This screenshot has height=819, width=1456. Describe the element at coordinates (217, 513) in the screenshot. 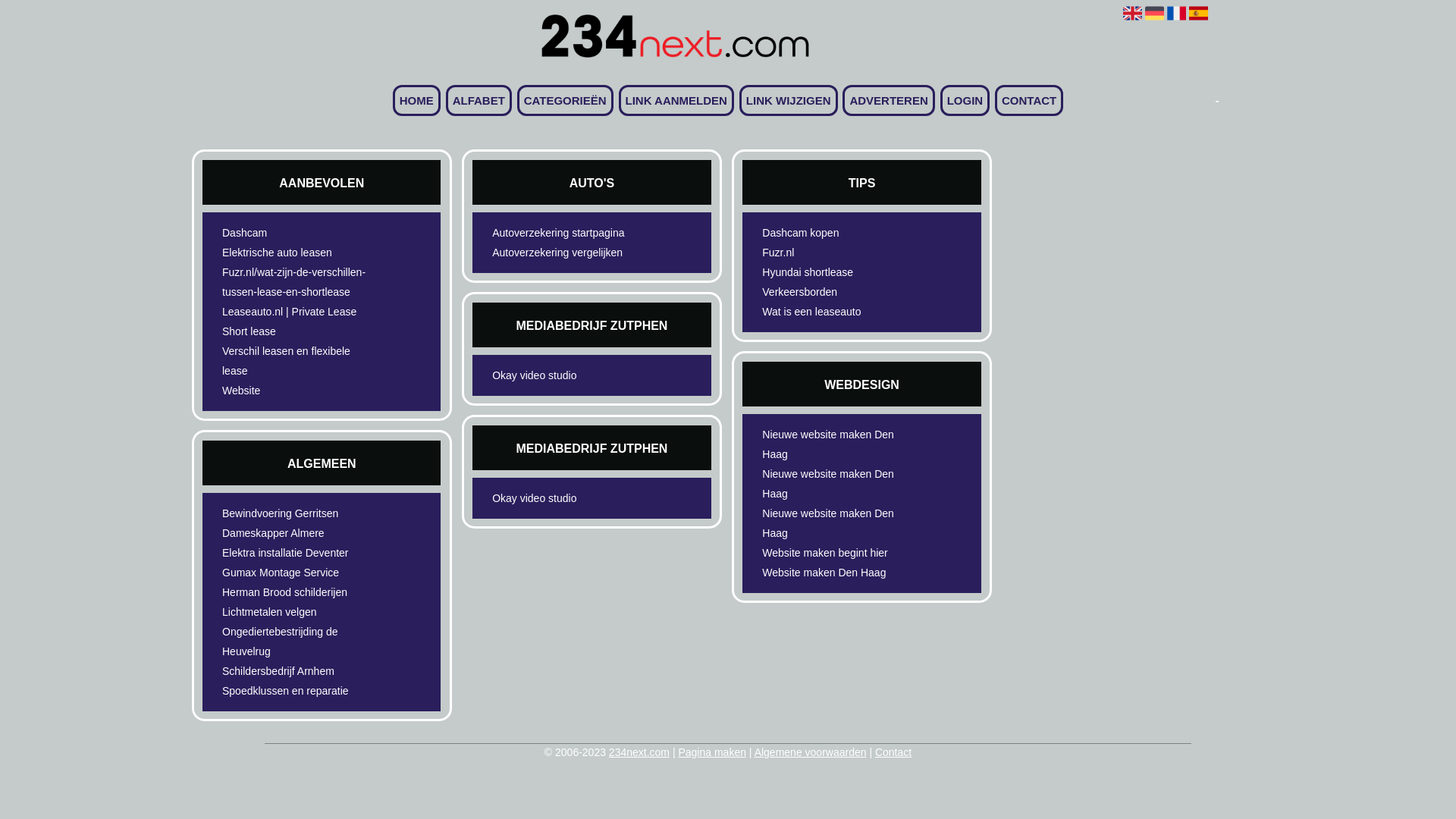

I see `'Bewindvoering Gerritsen'` at that location.